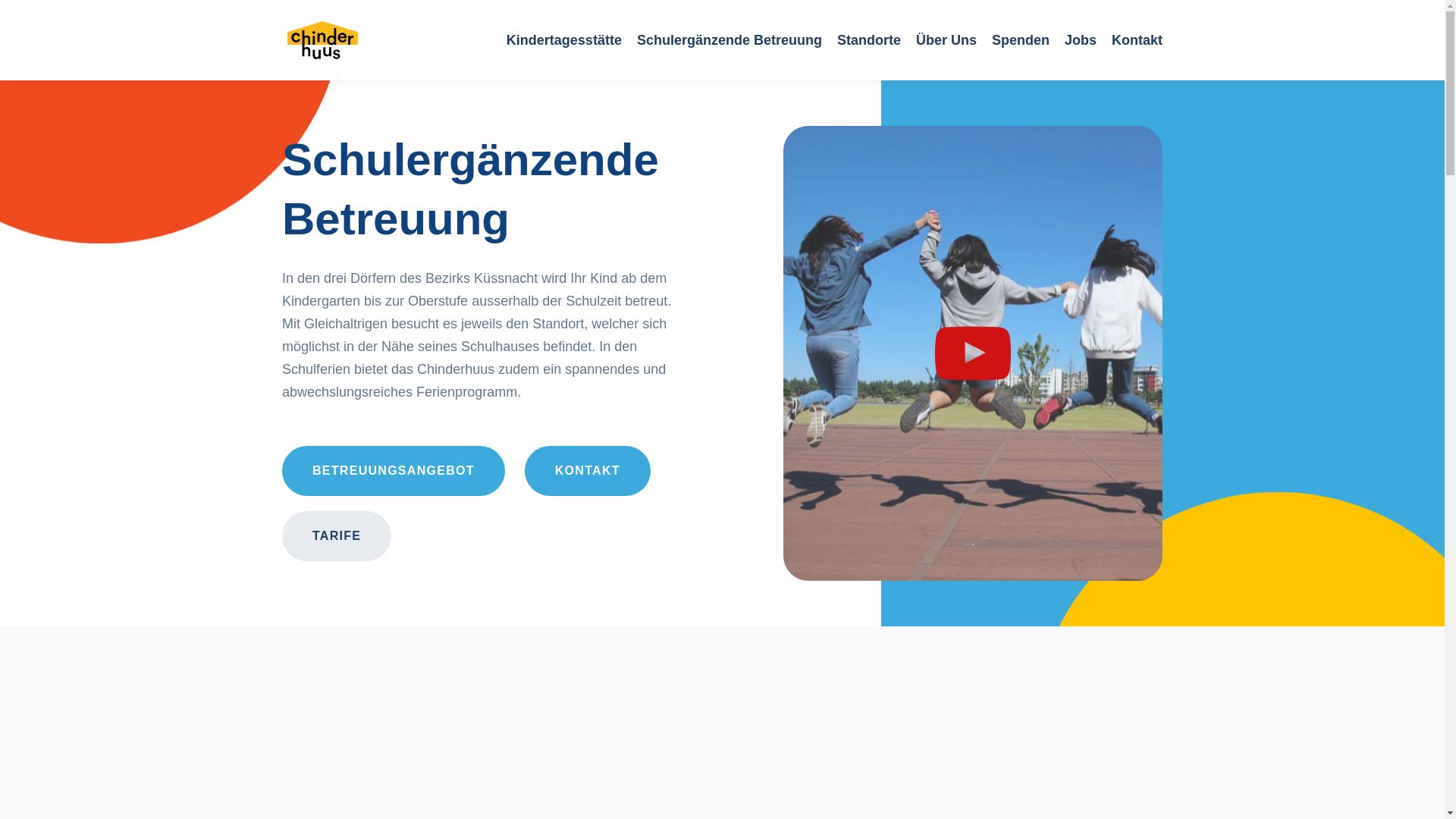 The image size is (1456, 819). What do you see at coordinates (1080, 39) in the screenshot?
I see `'Jobs'` at bounding box center [1080, 39].